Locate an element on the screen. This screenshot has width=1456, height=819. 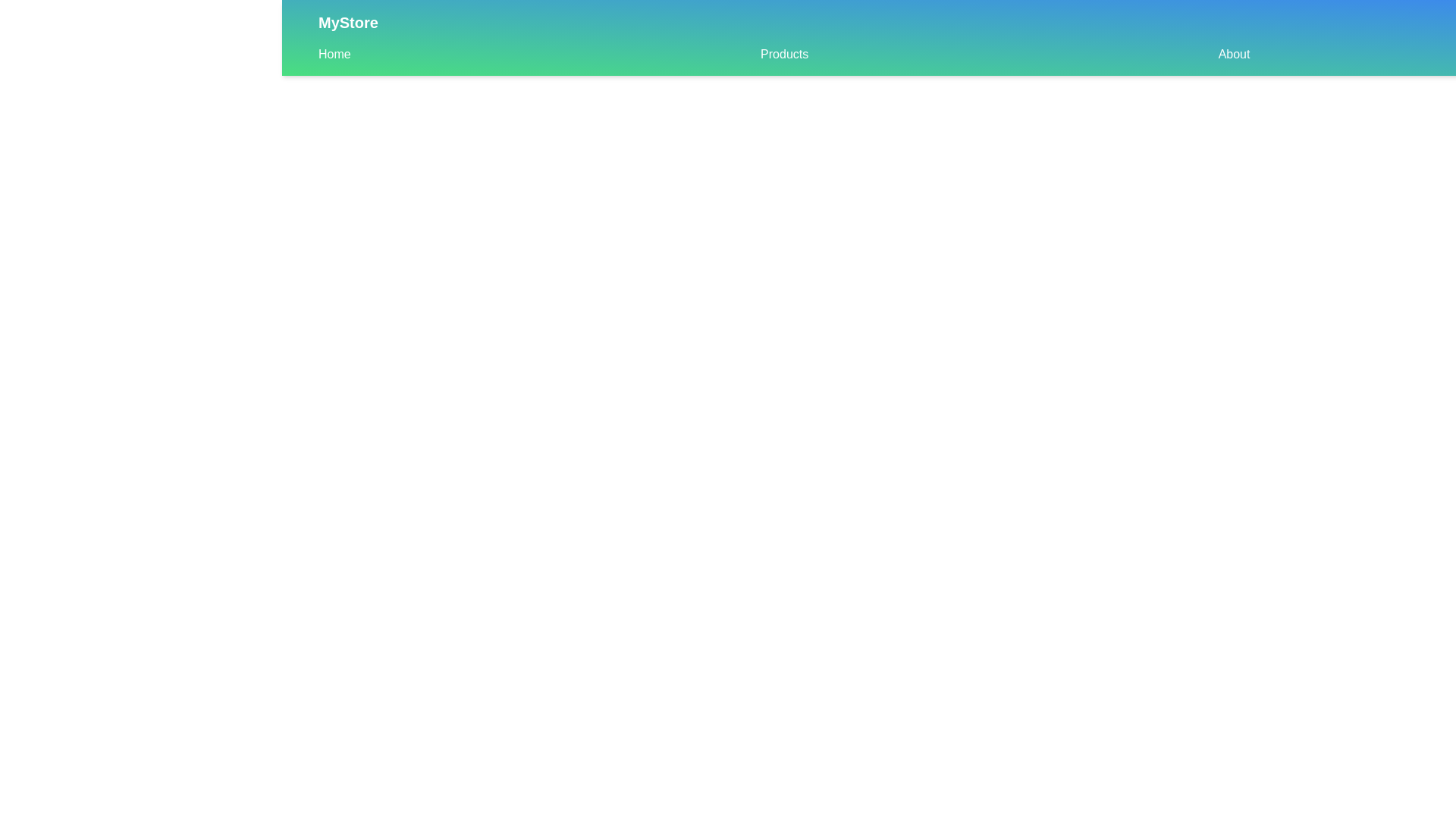
the About navigation link in the sub-navigation bar is located at coordinates (1234, 54).